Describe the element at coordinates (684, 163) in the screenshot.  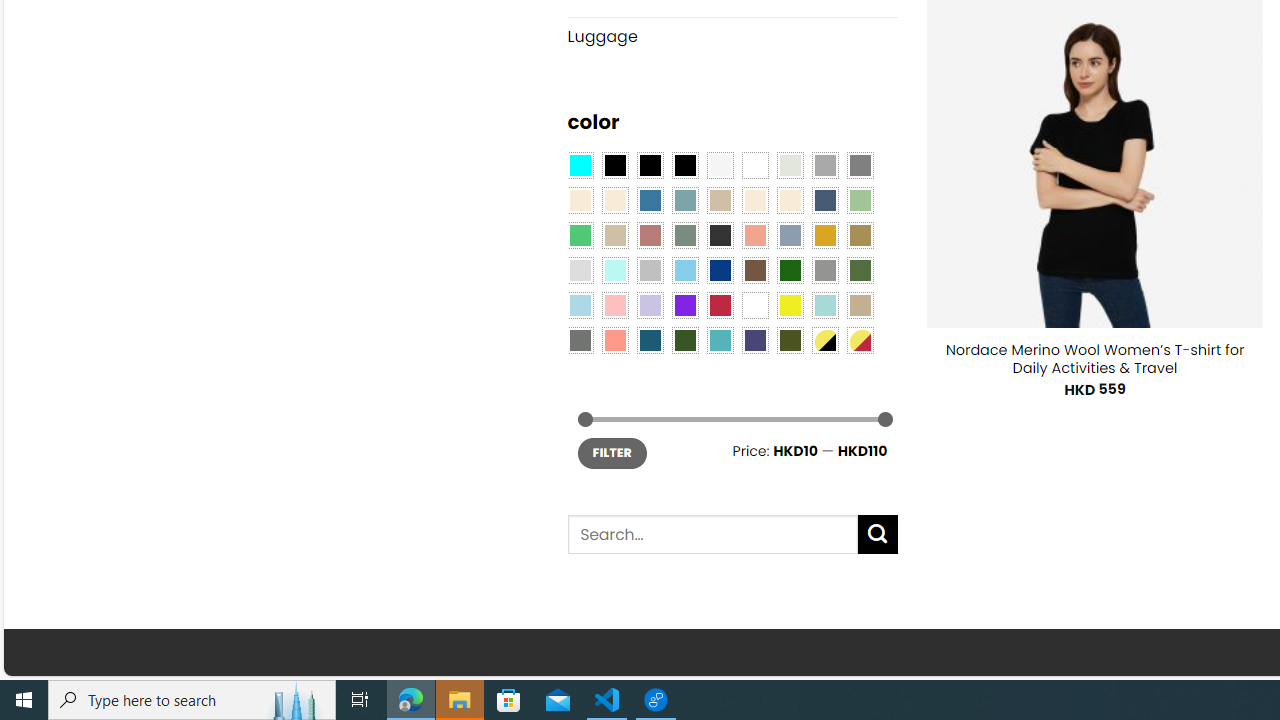
I see `'Black-Brown'` at that location.